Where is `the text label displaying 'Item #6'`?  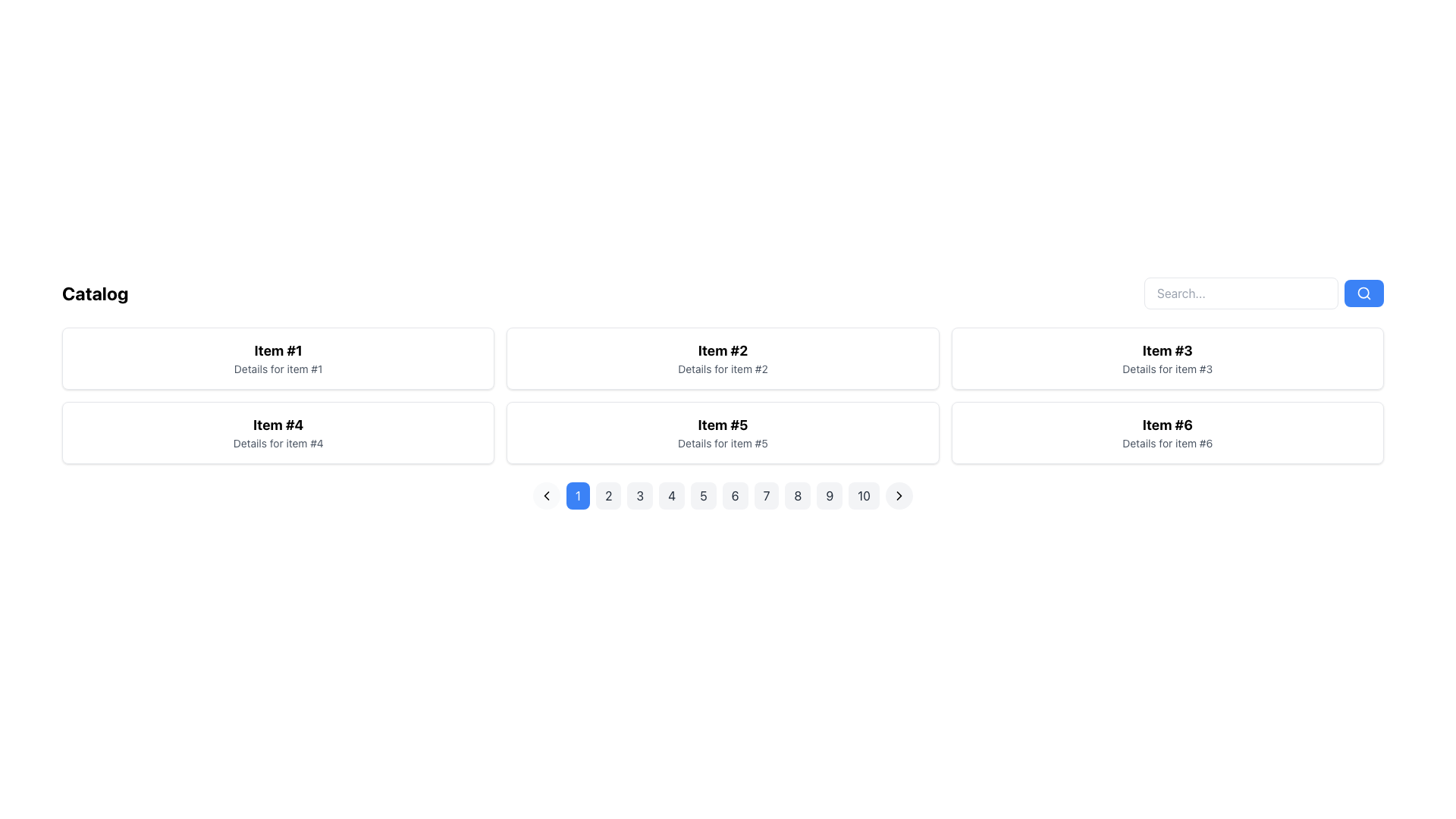
the text label displaying 'Item #6' is located at coordinates (1166, 425).